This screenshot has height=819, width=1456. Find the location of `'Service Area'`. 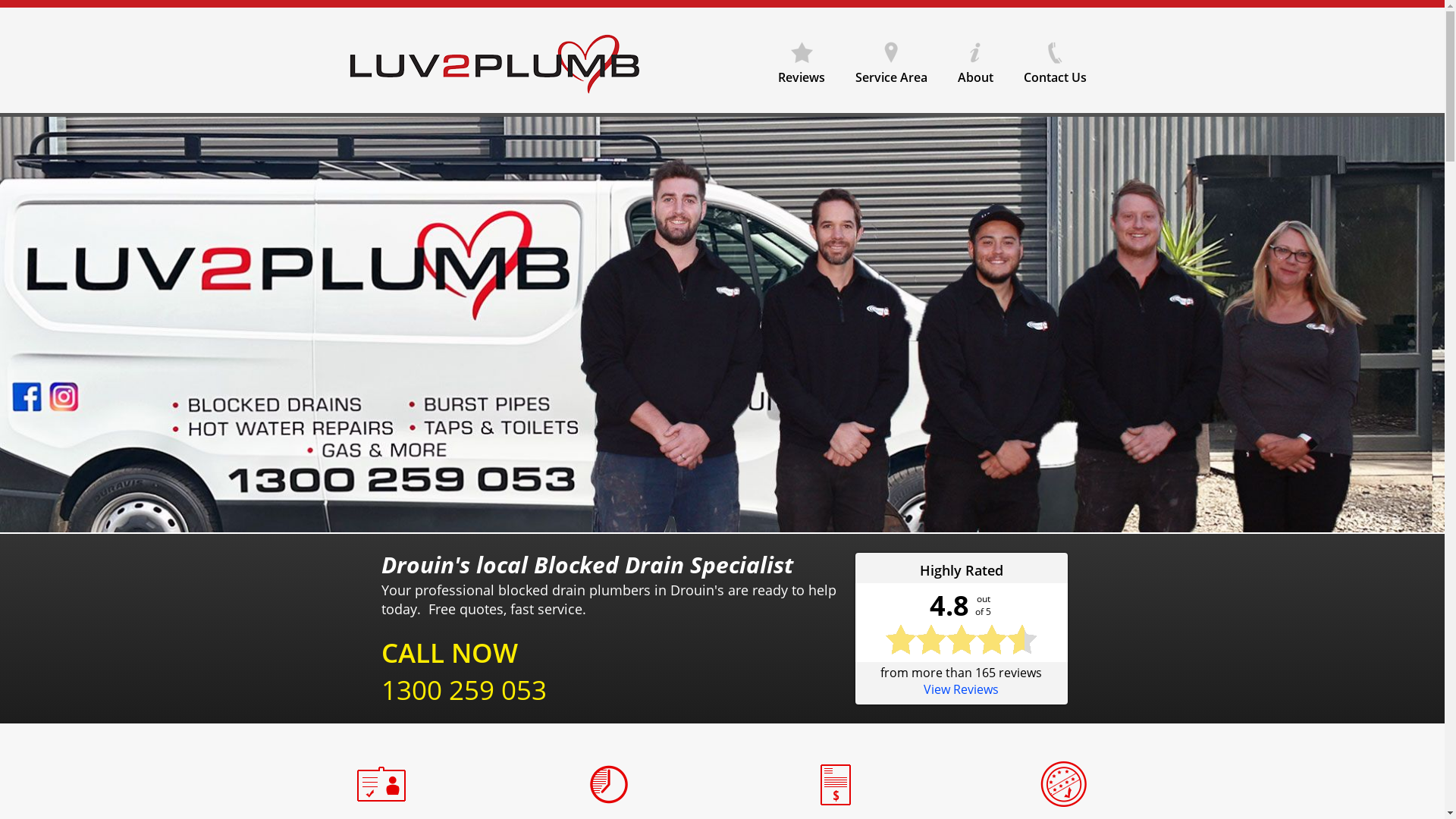

'Service Area' is located at coordinates (839, 57).